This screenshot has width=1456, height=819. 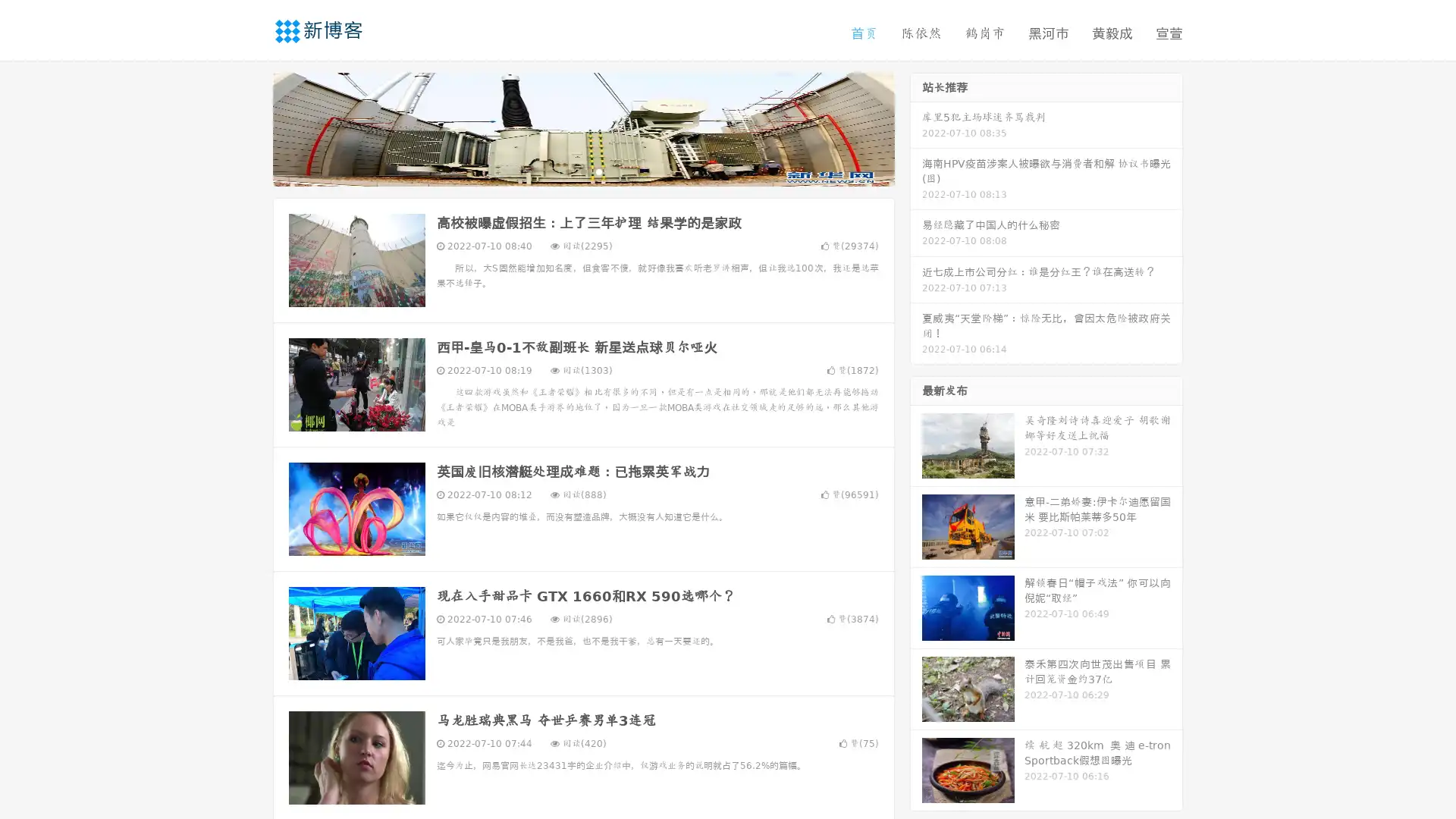 I want to click on Go to slide 3, so click(x=598, y=171).